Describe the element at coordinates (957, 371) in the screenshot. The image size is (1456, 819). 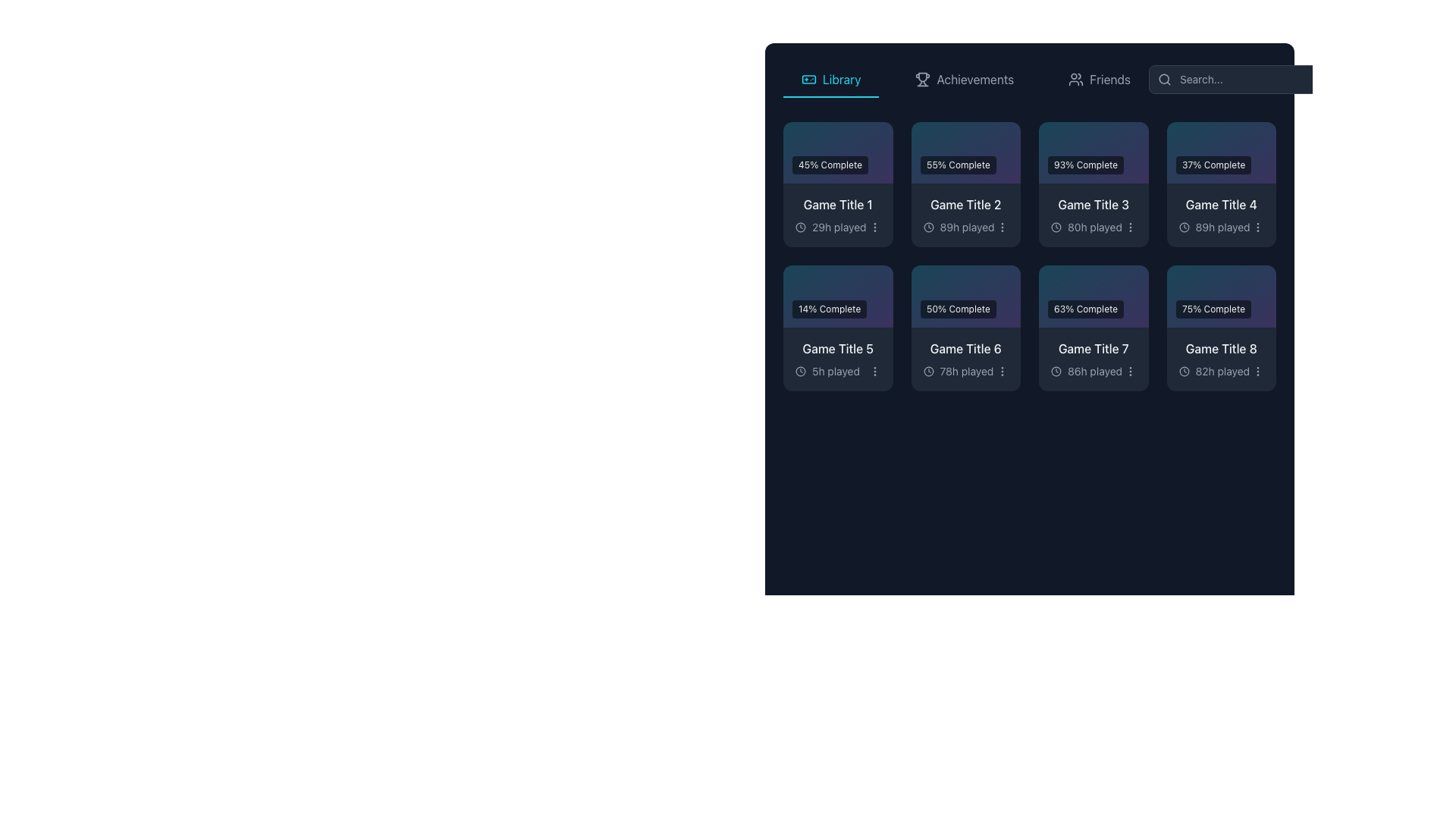
I see `the non-interactive informational display that shows the duration spent on the game 'Game Title 6', located below the title within the 'Game Title 6' card` at that location.